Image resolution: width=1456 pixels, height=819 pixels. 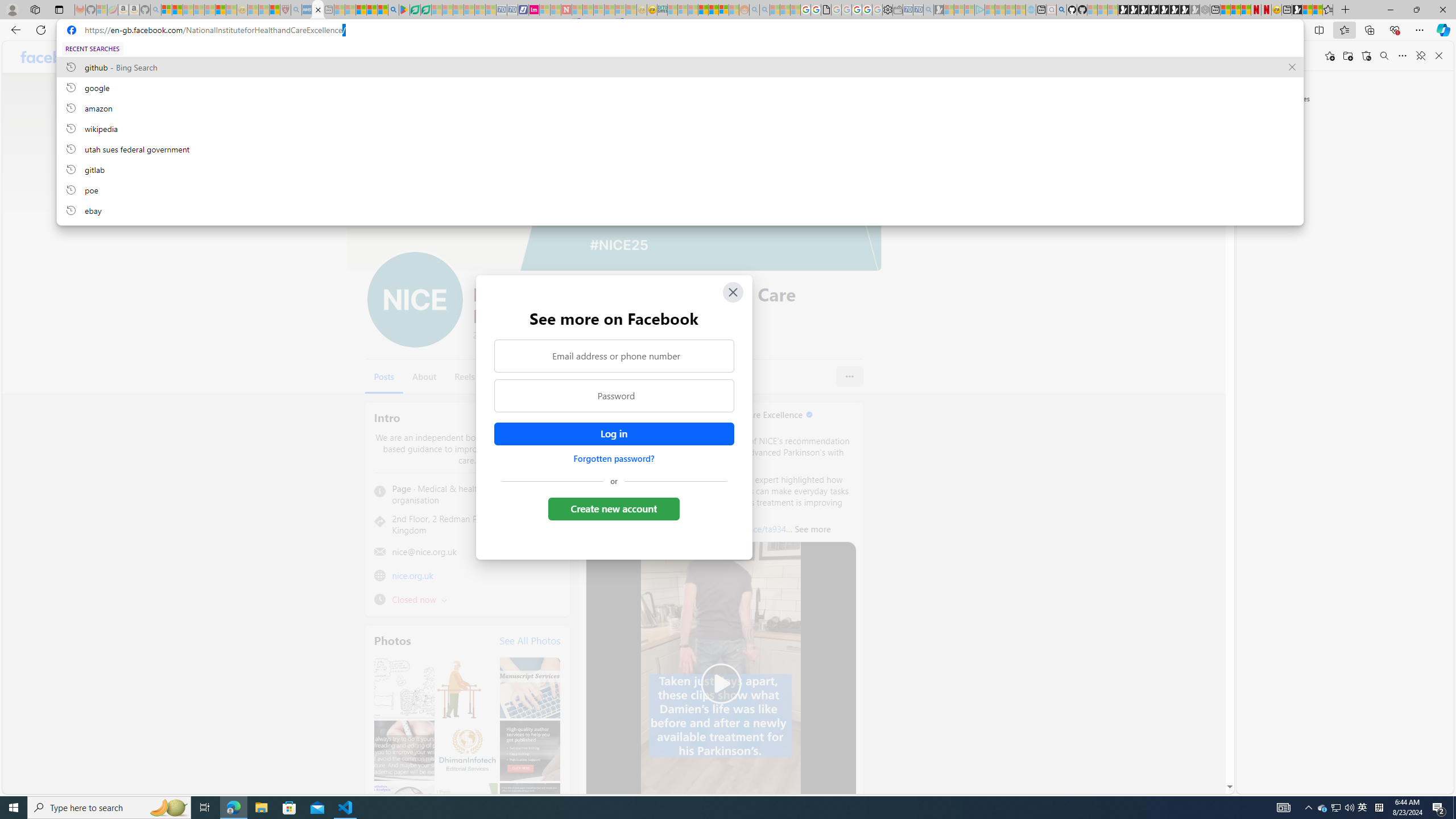 What do you see at coordinates (614, 433) in the screenshot?
I see `'Accessible login button'` at bounding box center [614, 433].